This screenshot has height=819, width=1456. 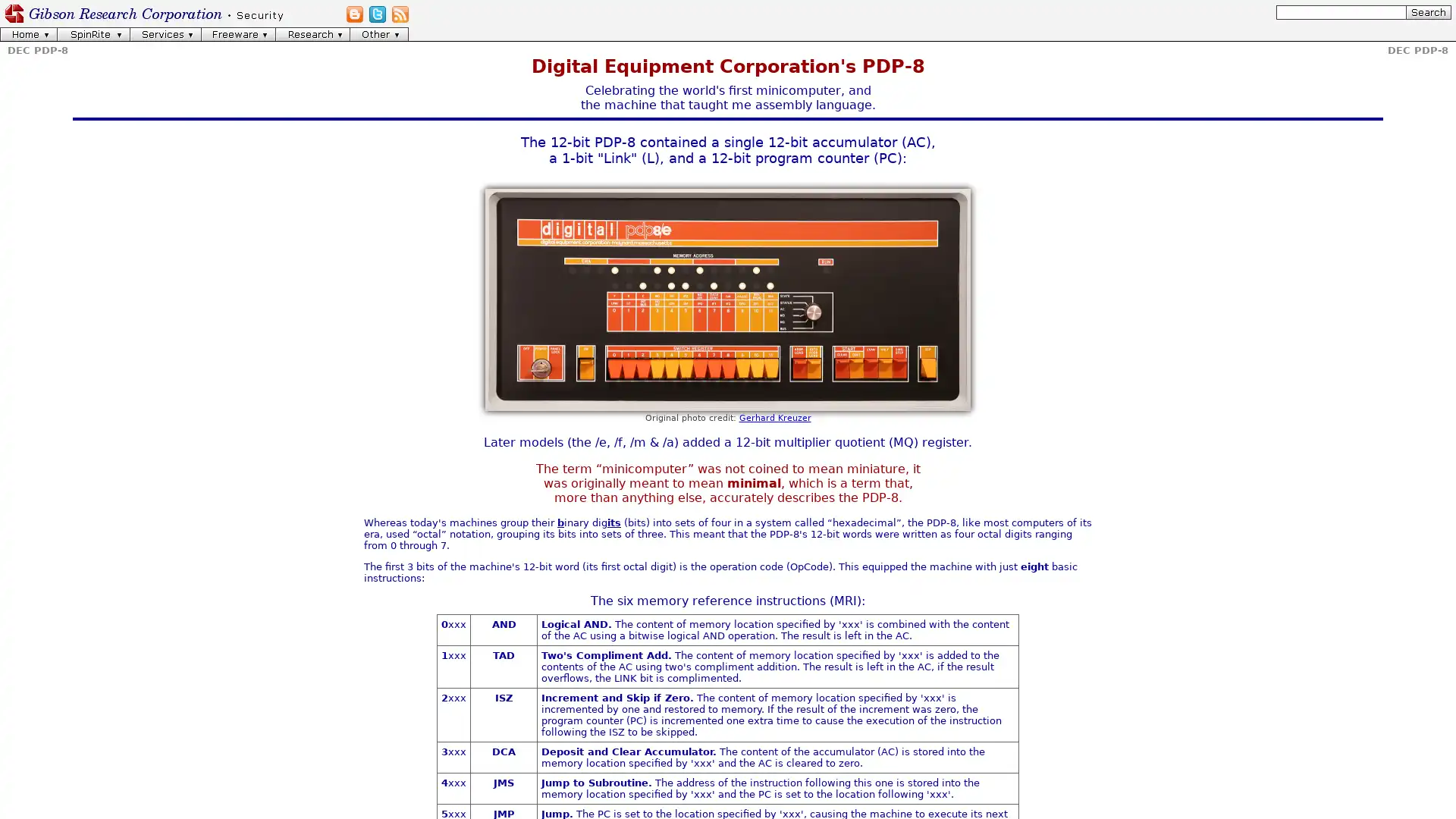 I want to click on [Search], so click(x=1427, y=12).